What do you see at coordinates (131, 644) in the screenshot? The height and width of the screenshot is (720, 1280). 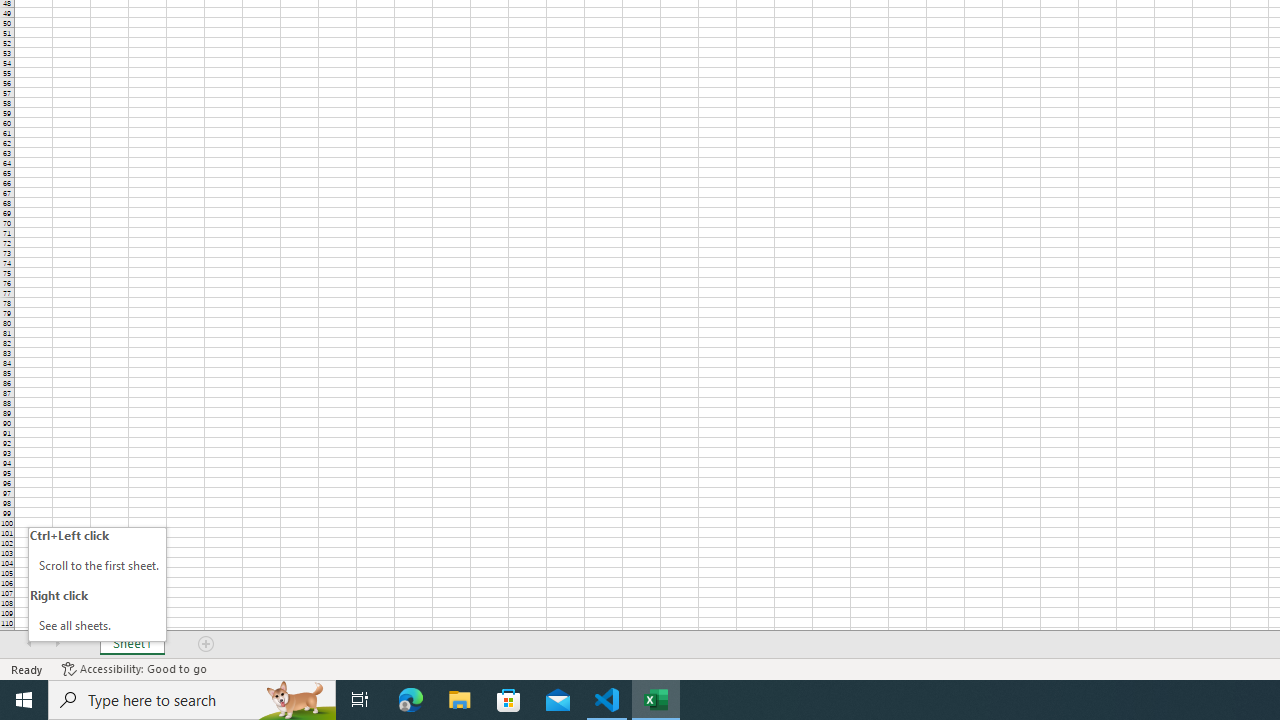 I see `'Sheet1'` at bounding box center [131, 644].